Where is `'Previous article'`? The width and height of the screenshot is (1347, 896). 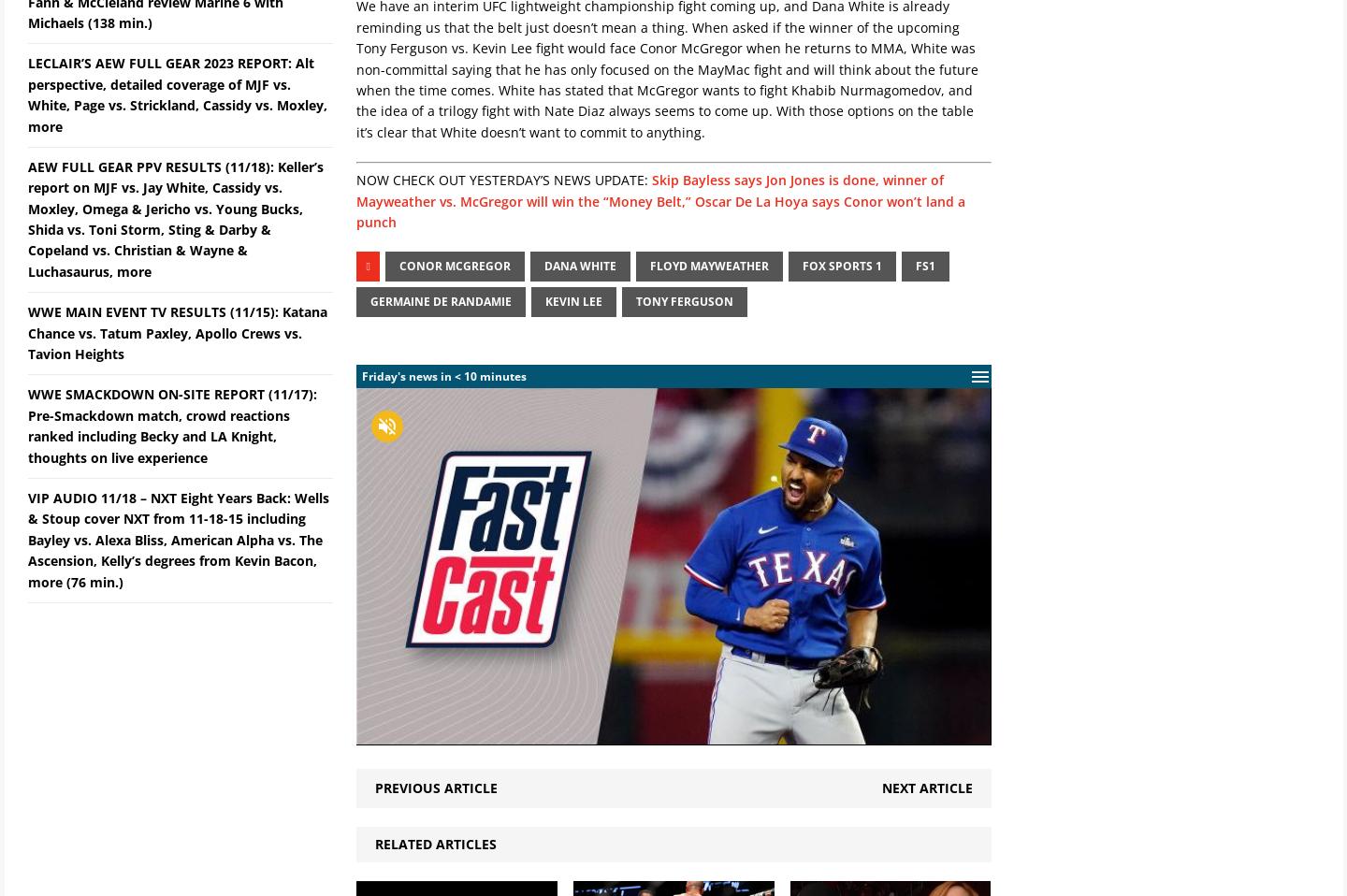 'Previous article' is located at coordinates (436, 786).